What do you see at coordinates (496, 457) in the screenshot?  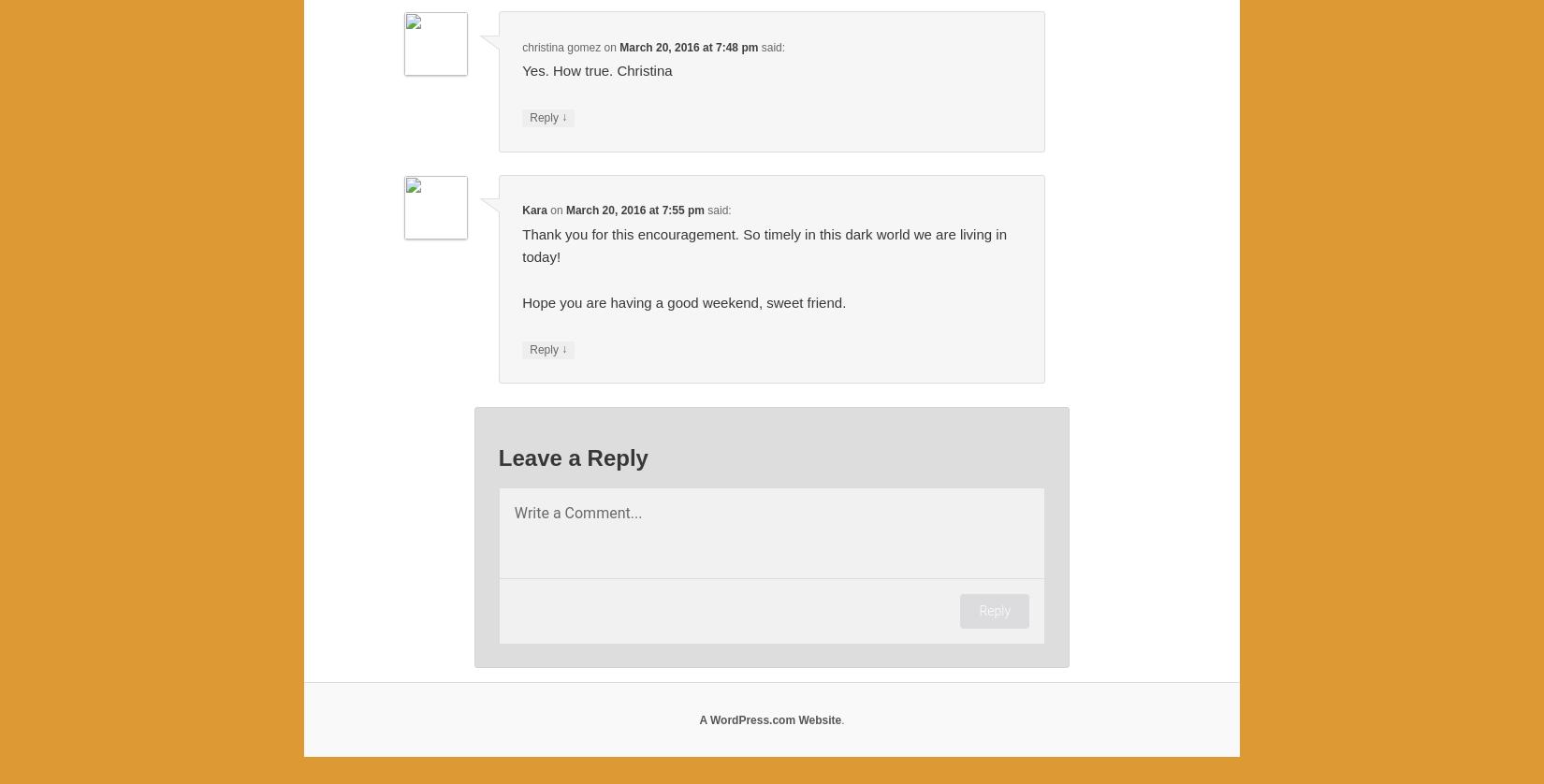 I see `'Leave a Reply'` at bounding box center [496, 457].